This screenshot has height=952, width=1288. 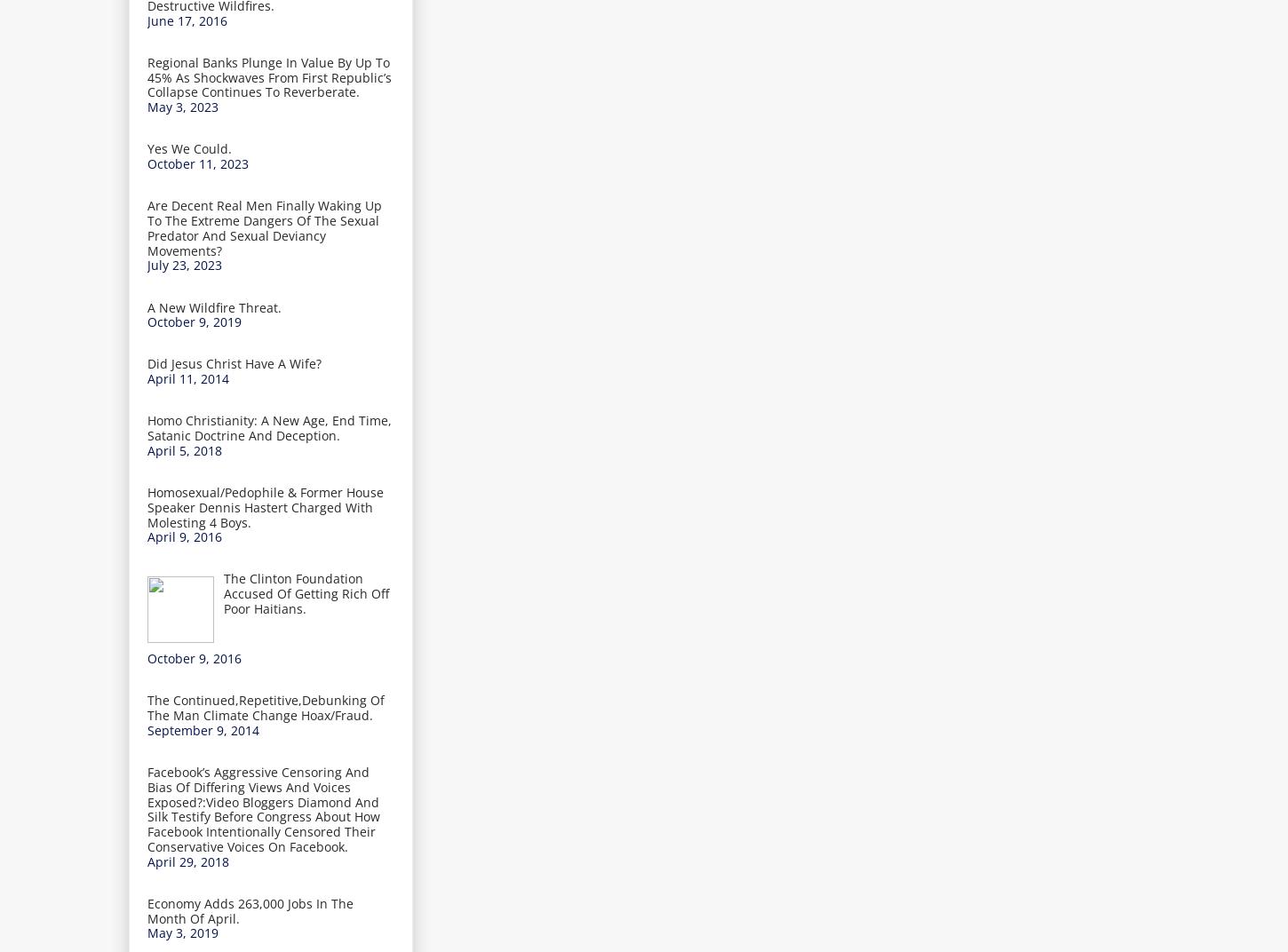 I want to click on 'Economy Adds 263,000 Jobs In The Month Of April.', so click(x=147, y=910).